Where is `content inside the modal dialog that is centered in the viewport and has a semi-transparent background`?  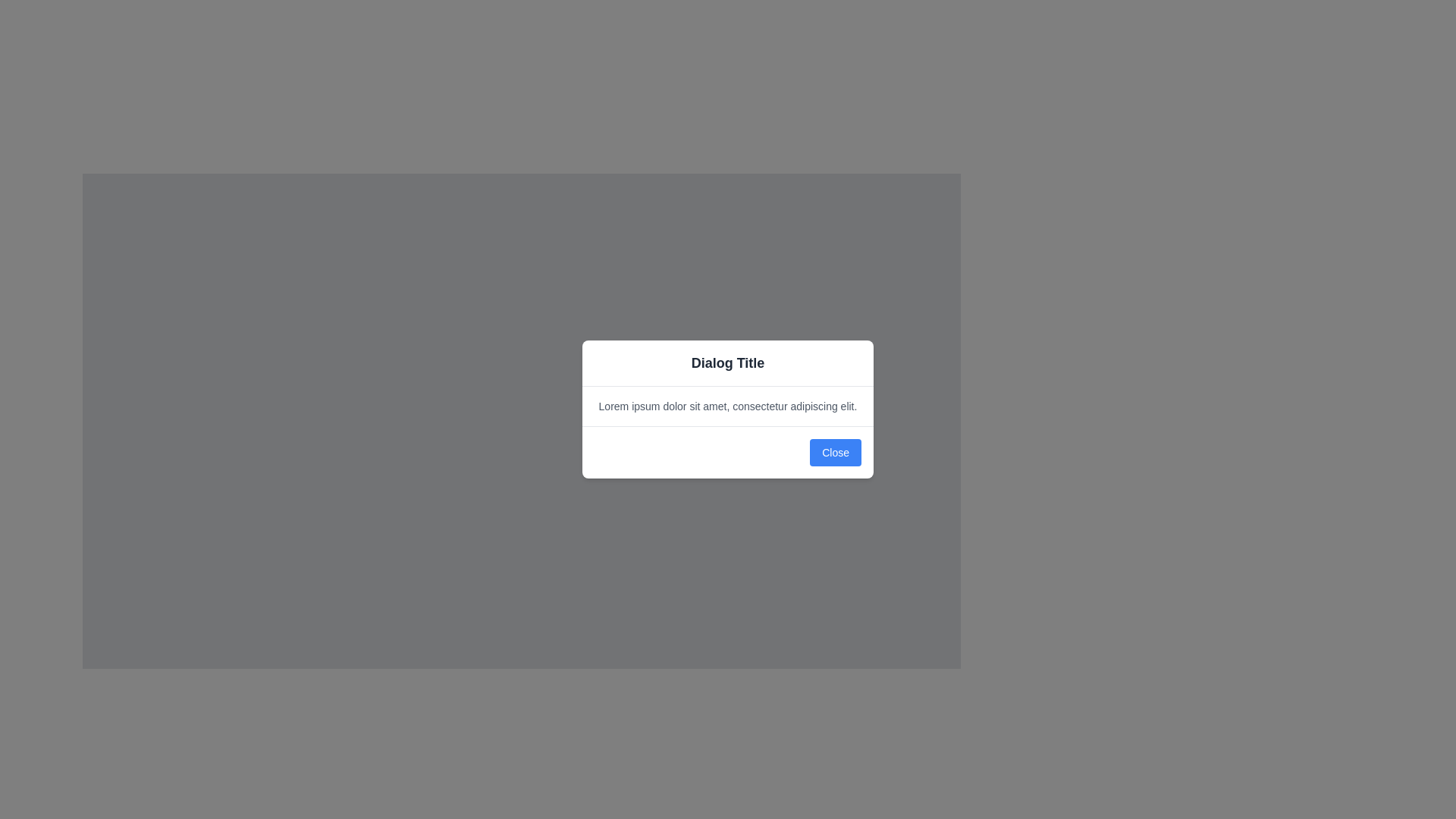
content inside the modal dialog that is centered in the viewport and has a semi-transparent background is located at coordinates (728, 409).